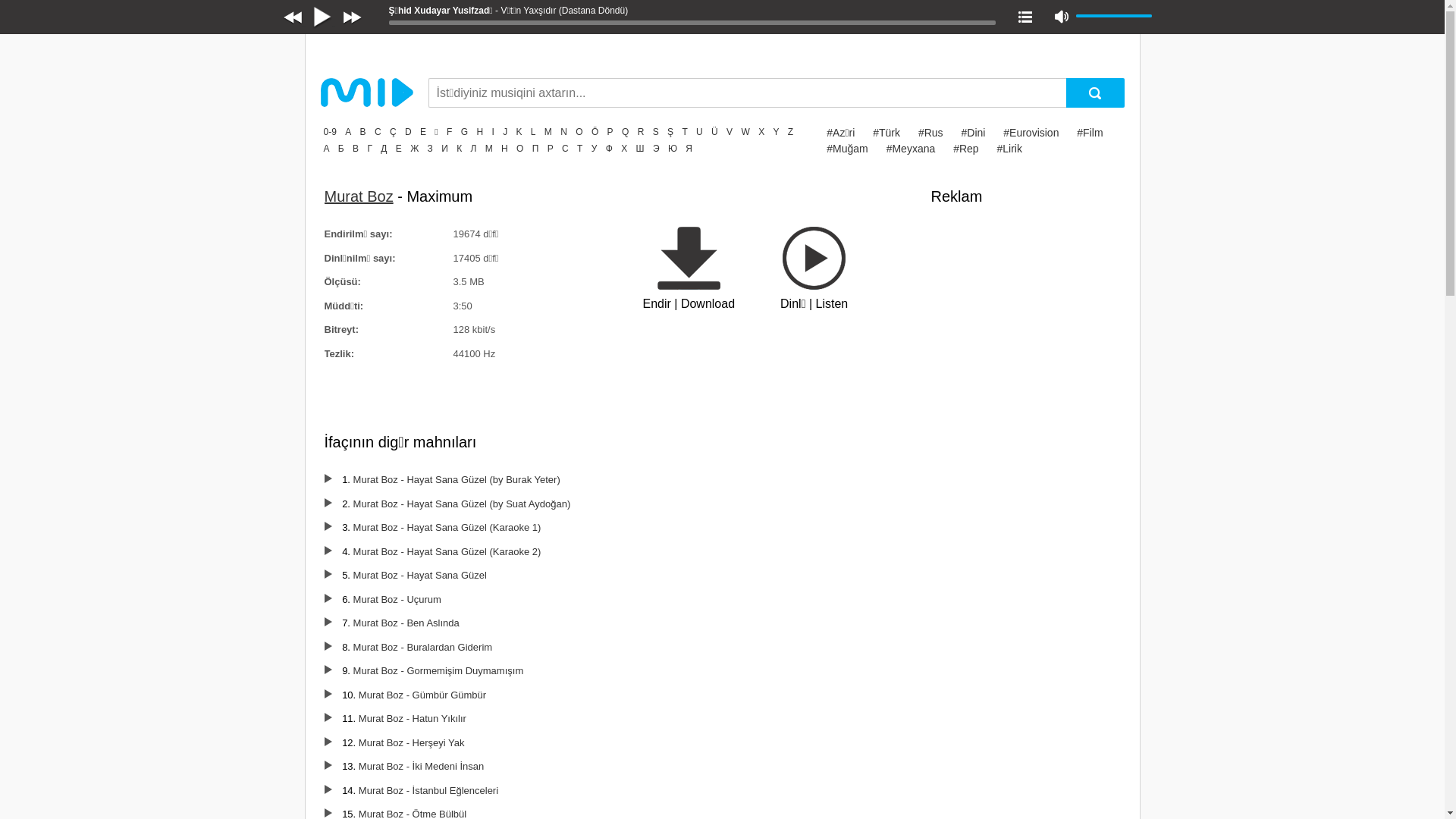 The image size is (1456, 819). I want to click on 'T', so click(680, 130).